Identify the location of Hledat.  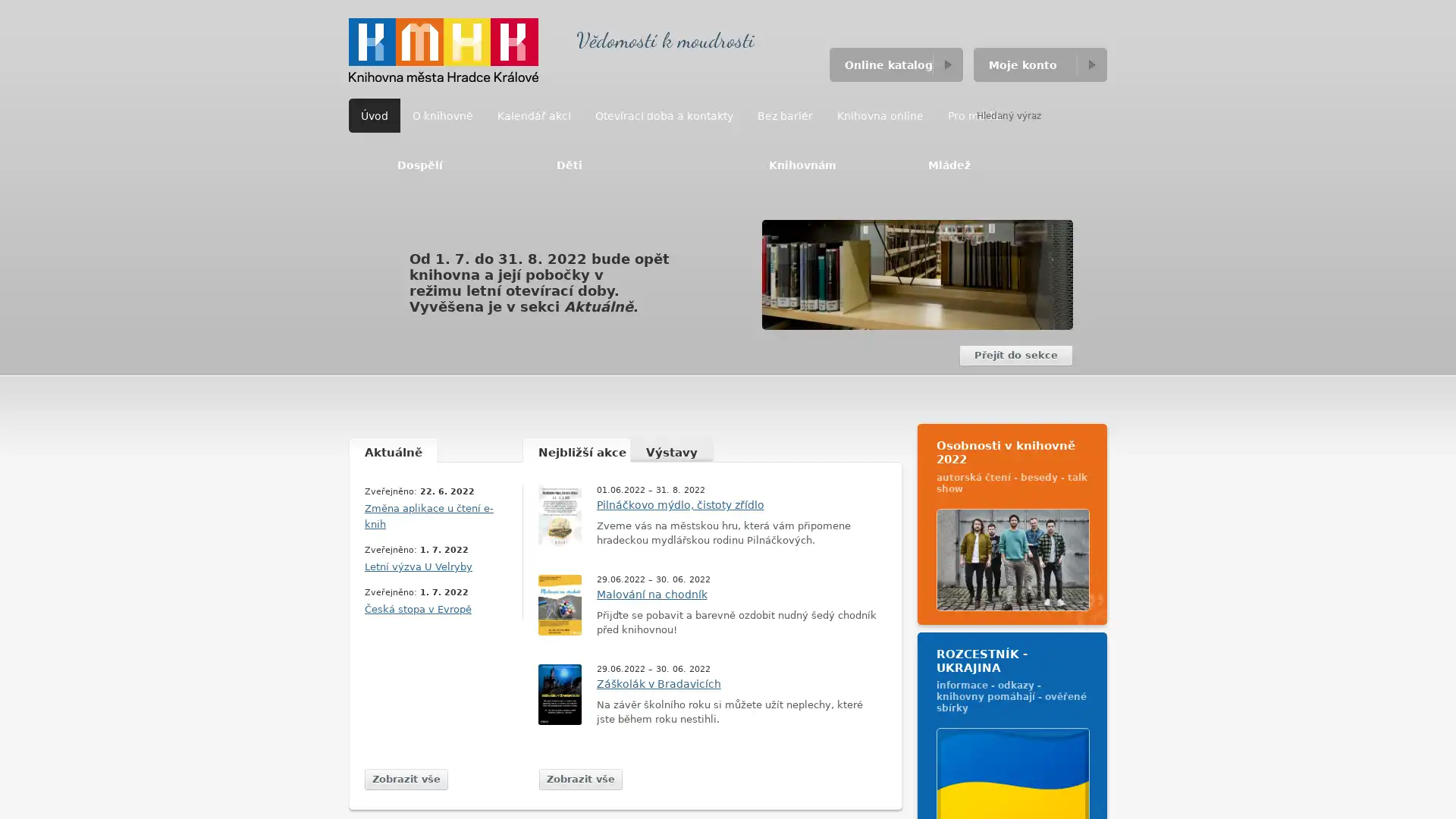
(1092, 115).